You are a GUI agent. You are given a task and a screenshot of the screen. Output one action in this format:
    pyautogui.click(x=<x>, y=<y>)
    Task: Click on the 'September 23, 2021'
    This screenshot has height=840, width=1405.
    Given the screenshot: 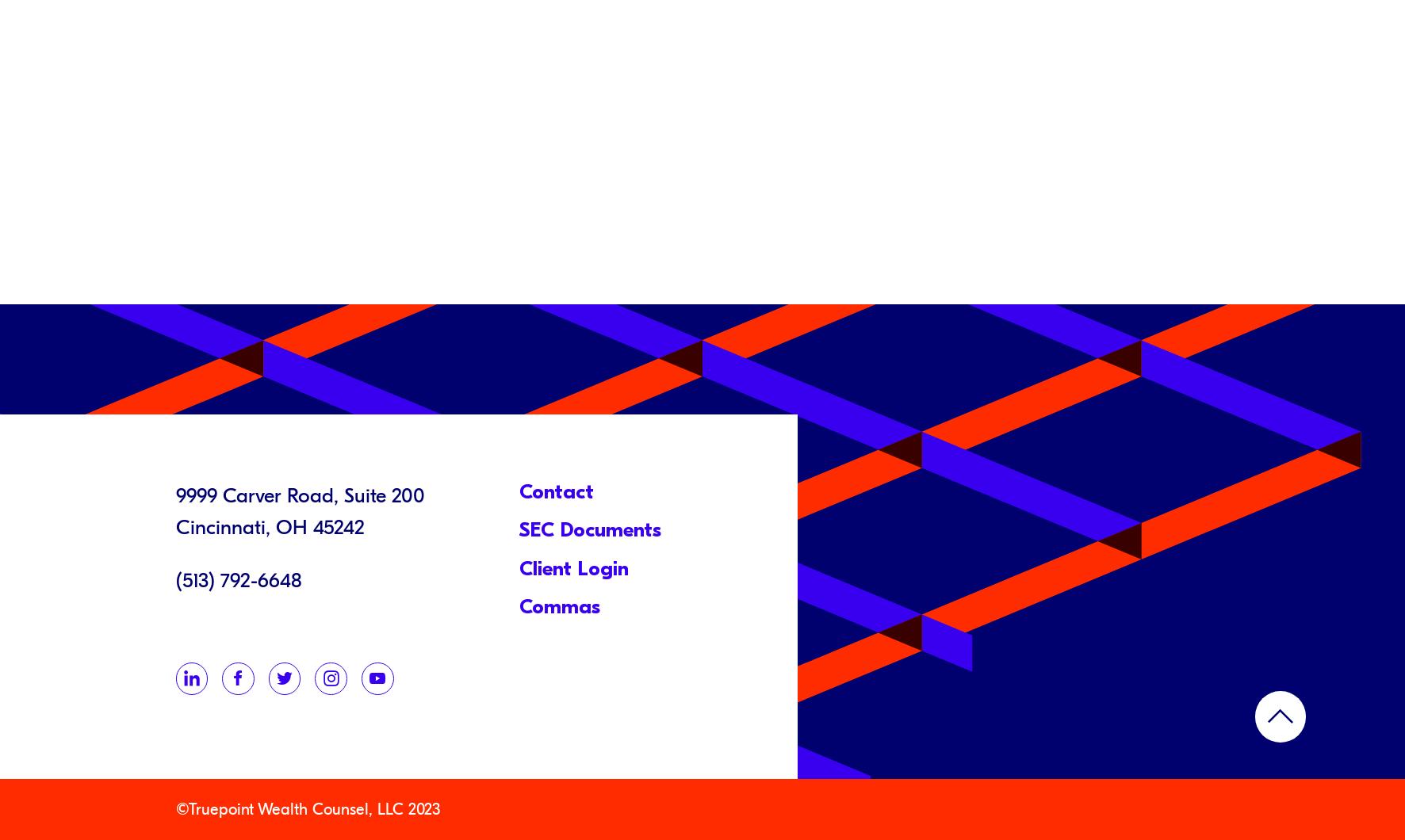 What is the action you would take?
    pyautogui.click(x=256, y=155)
    